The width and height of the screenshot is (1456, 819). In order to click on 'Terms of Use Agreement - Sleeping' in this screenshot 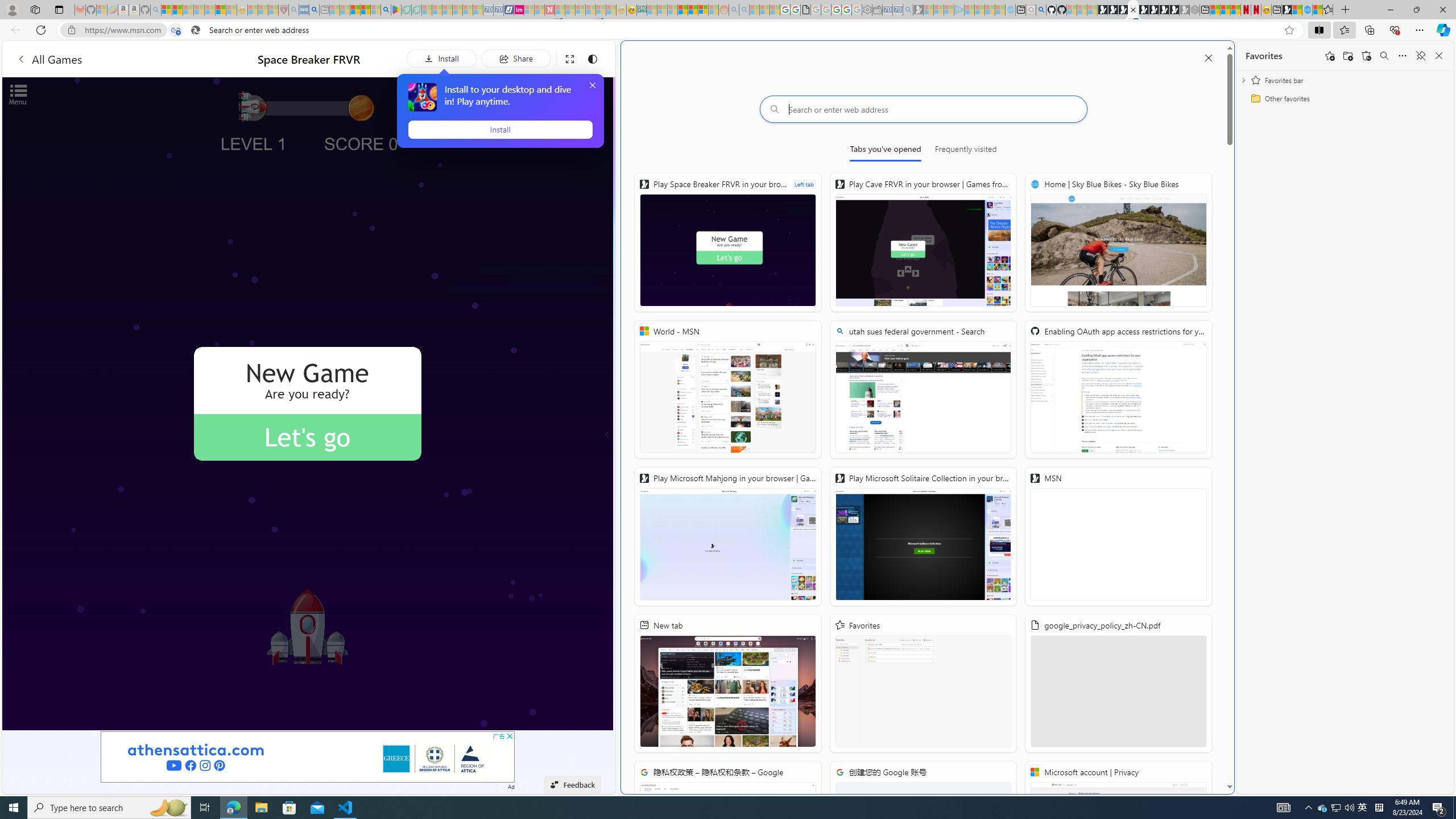, I will do `click(406, 9)`.